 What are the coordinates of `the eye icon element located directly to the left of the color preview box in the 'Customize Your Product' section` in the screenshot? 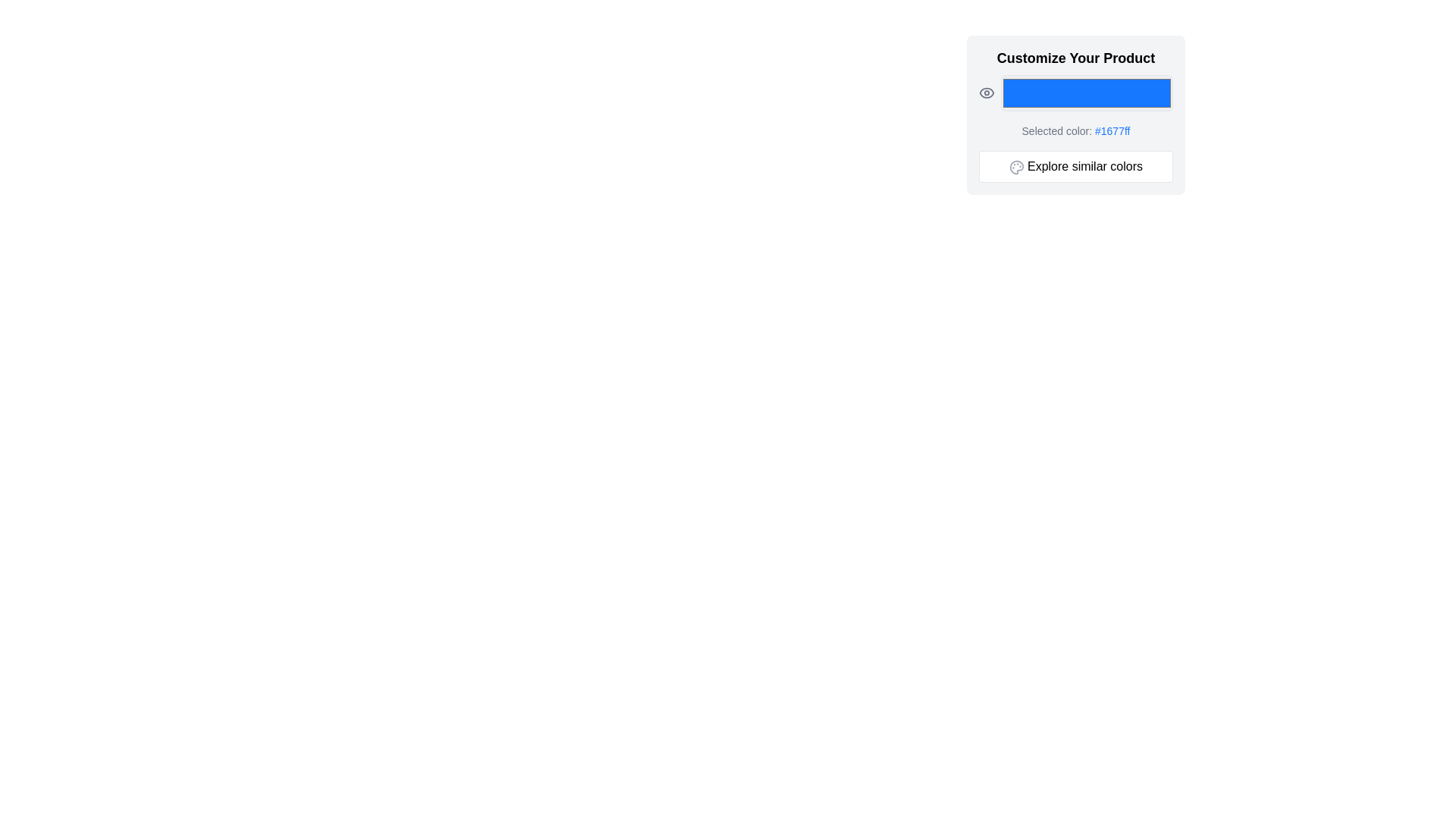 It's located at (987, 93).